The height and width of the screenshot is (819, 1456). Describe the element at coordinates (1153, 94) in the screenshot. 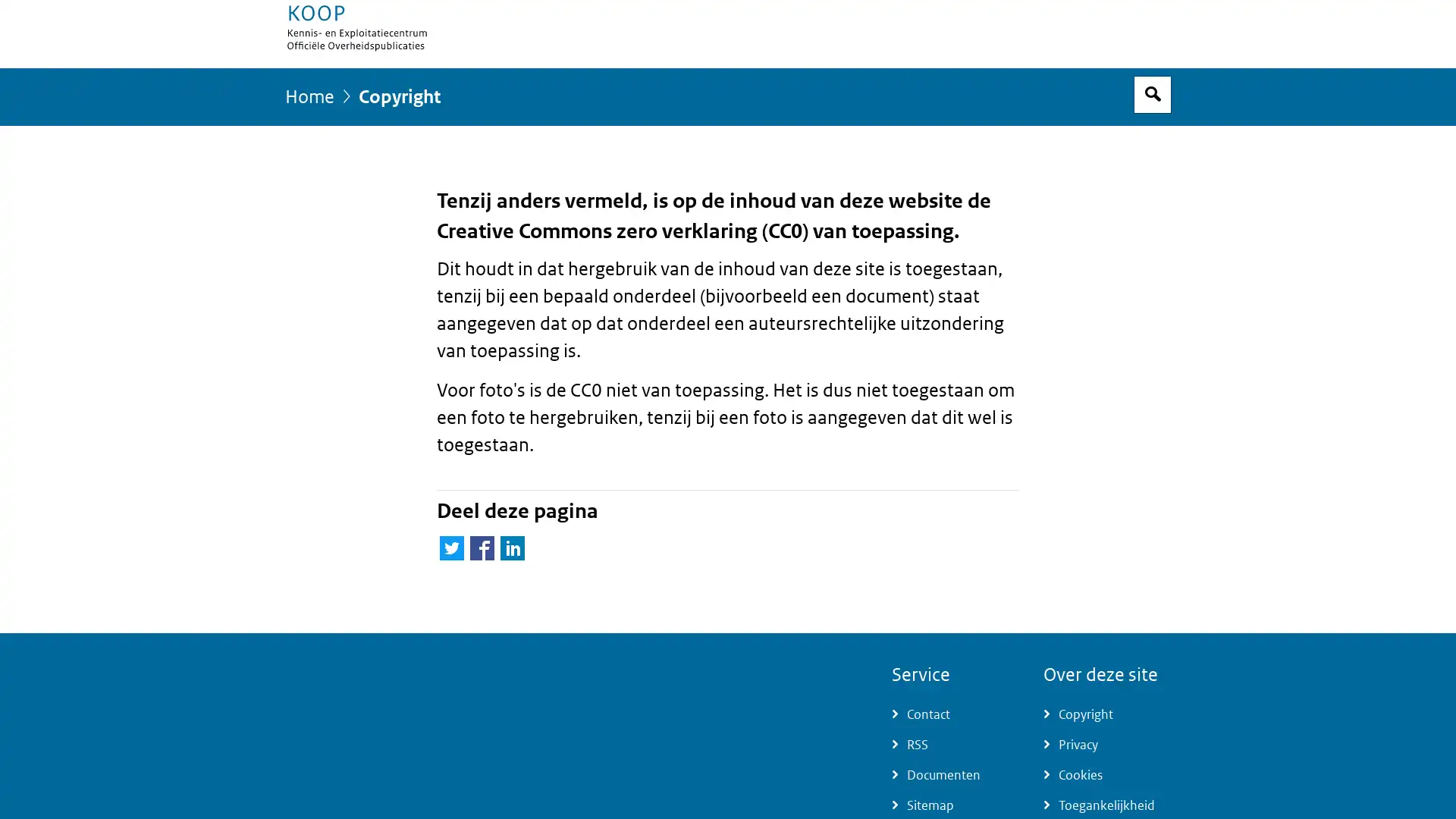

I see `Open zoekveld` at that location.